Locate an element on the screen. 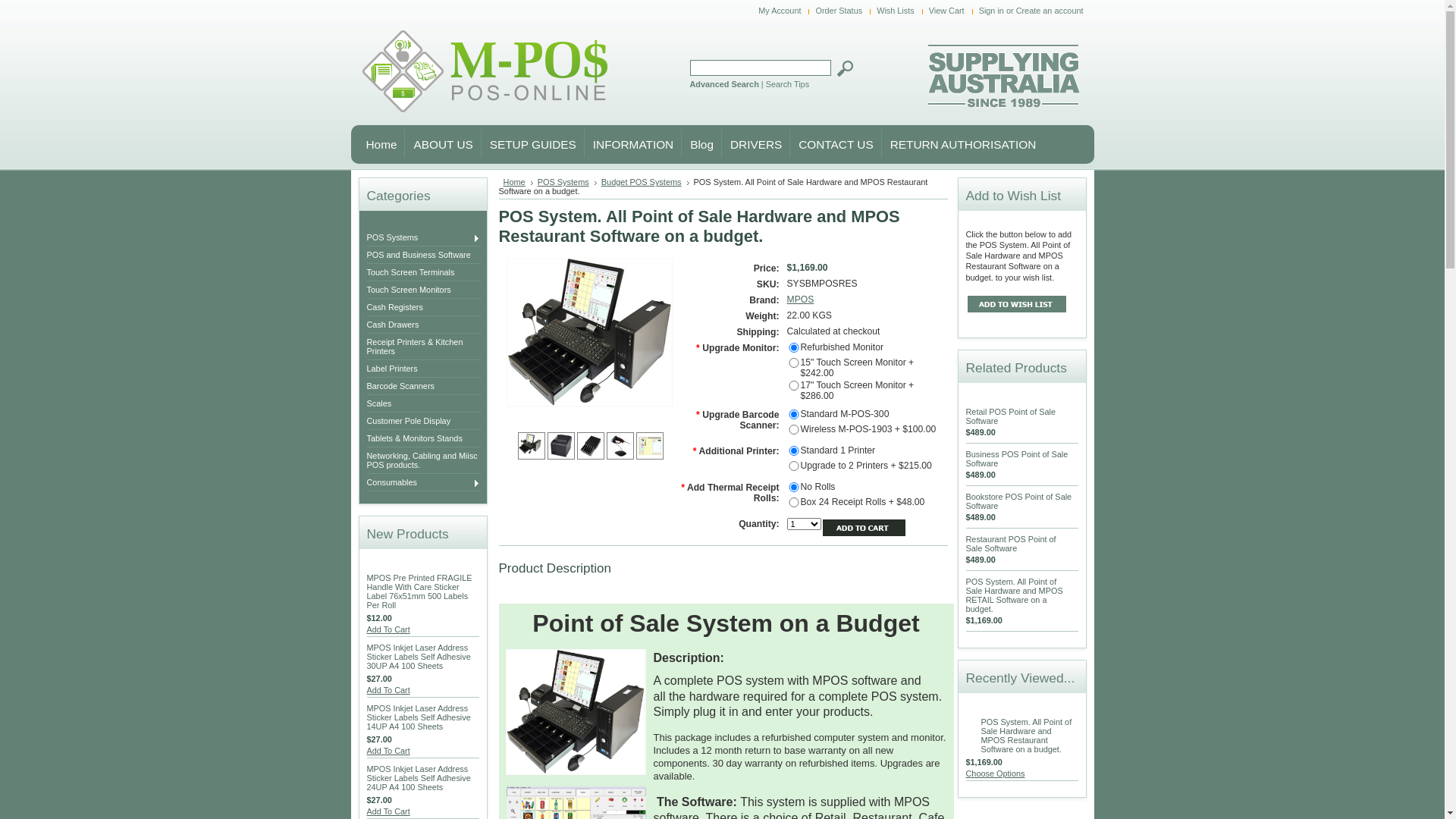 The height and width of the screenshot is (819, 1456). 'Receipt Printers & Kitchen Printers' is located at coordinates (425, 346).